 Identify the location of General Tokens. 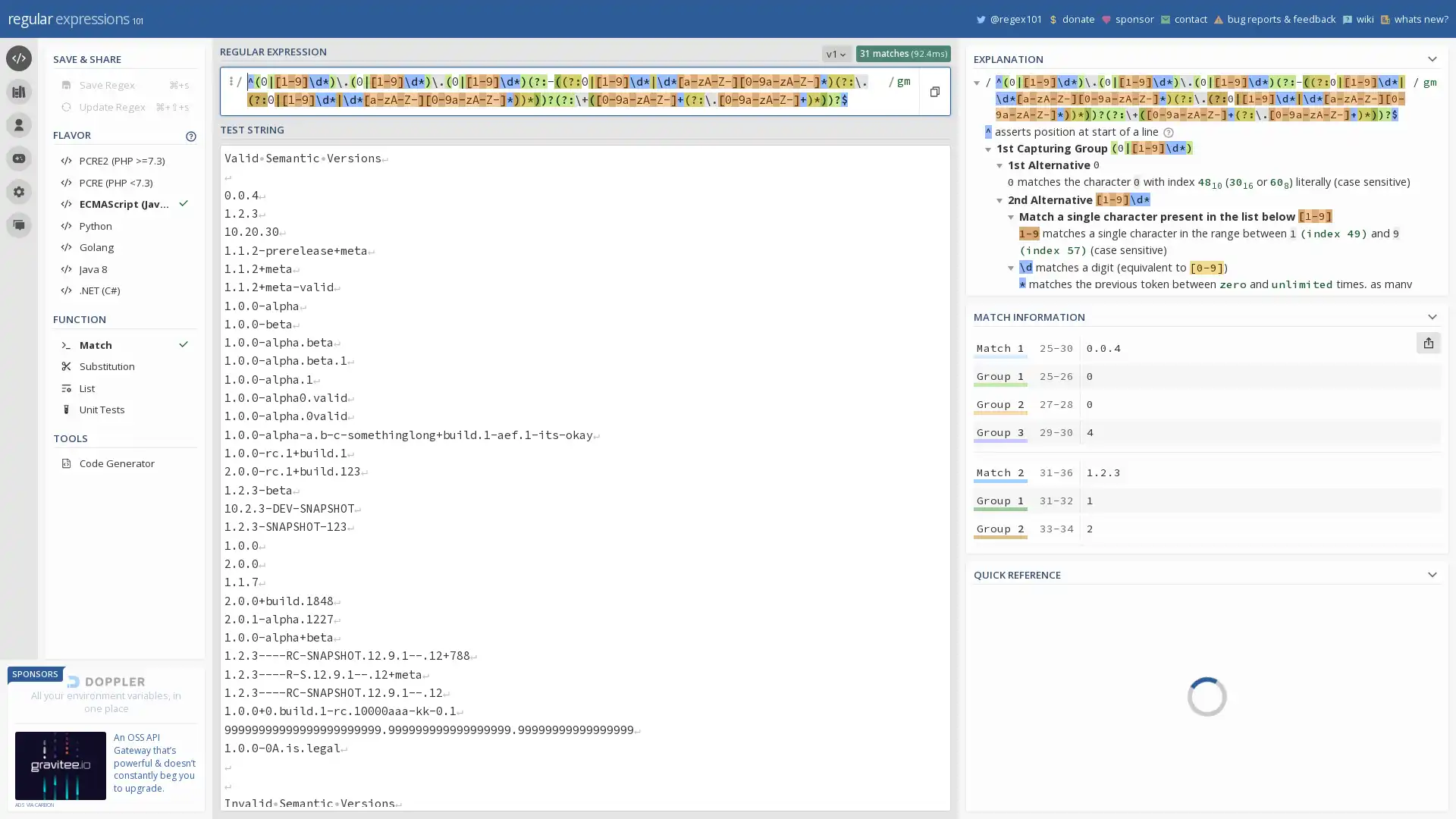
(1044, 672).